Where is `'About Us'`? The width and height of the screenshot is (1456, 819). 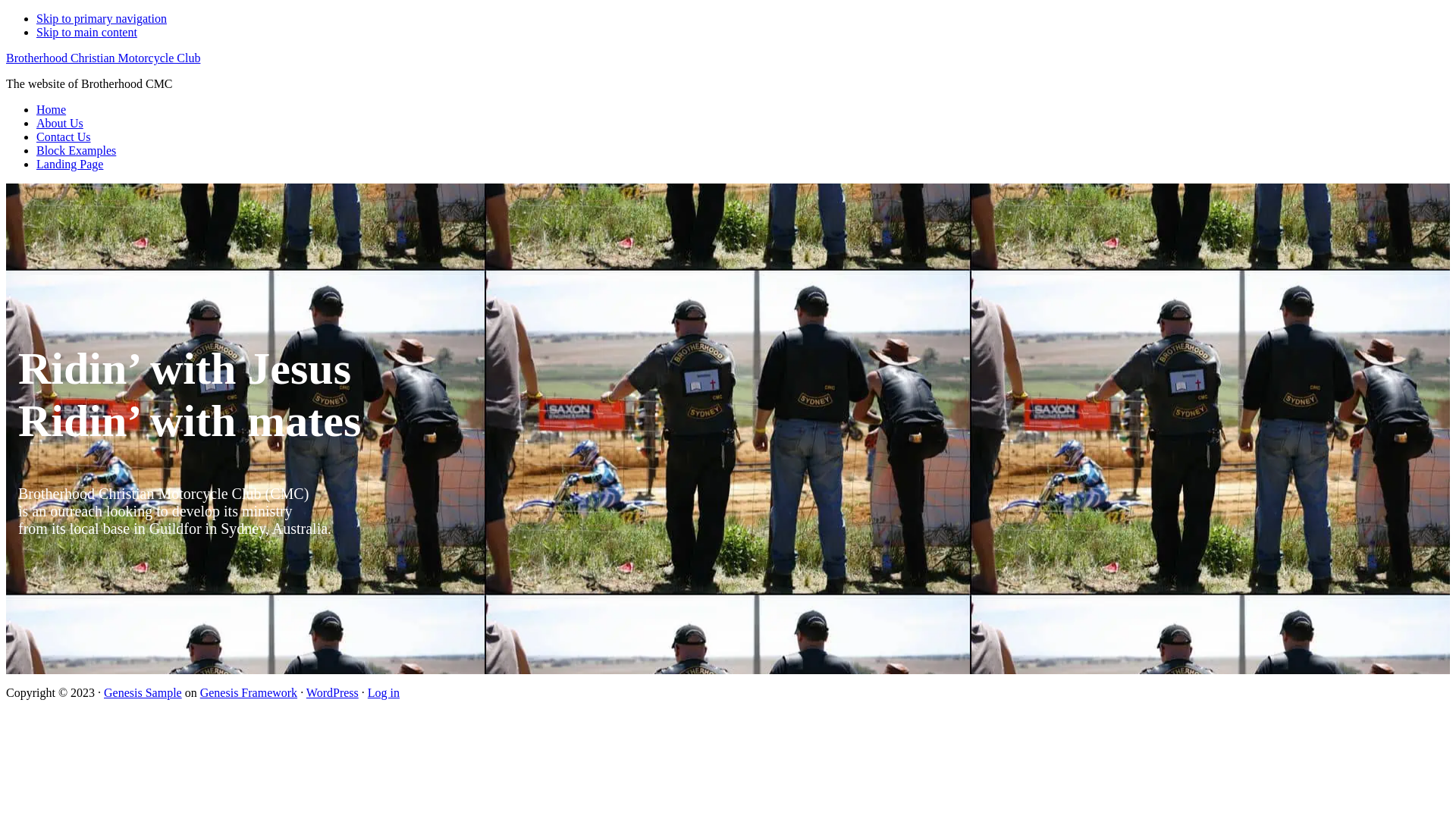 'About Us' is located at coordinates (59, 122).